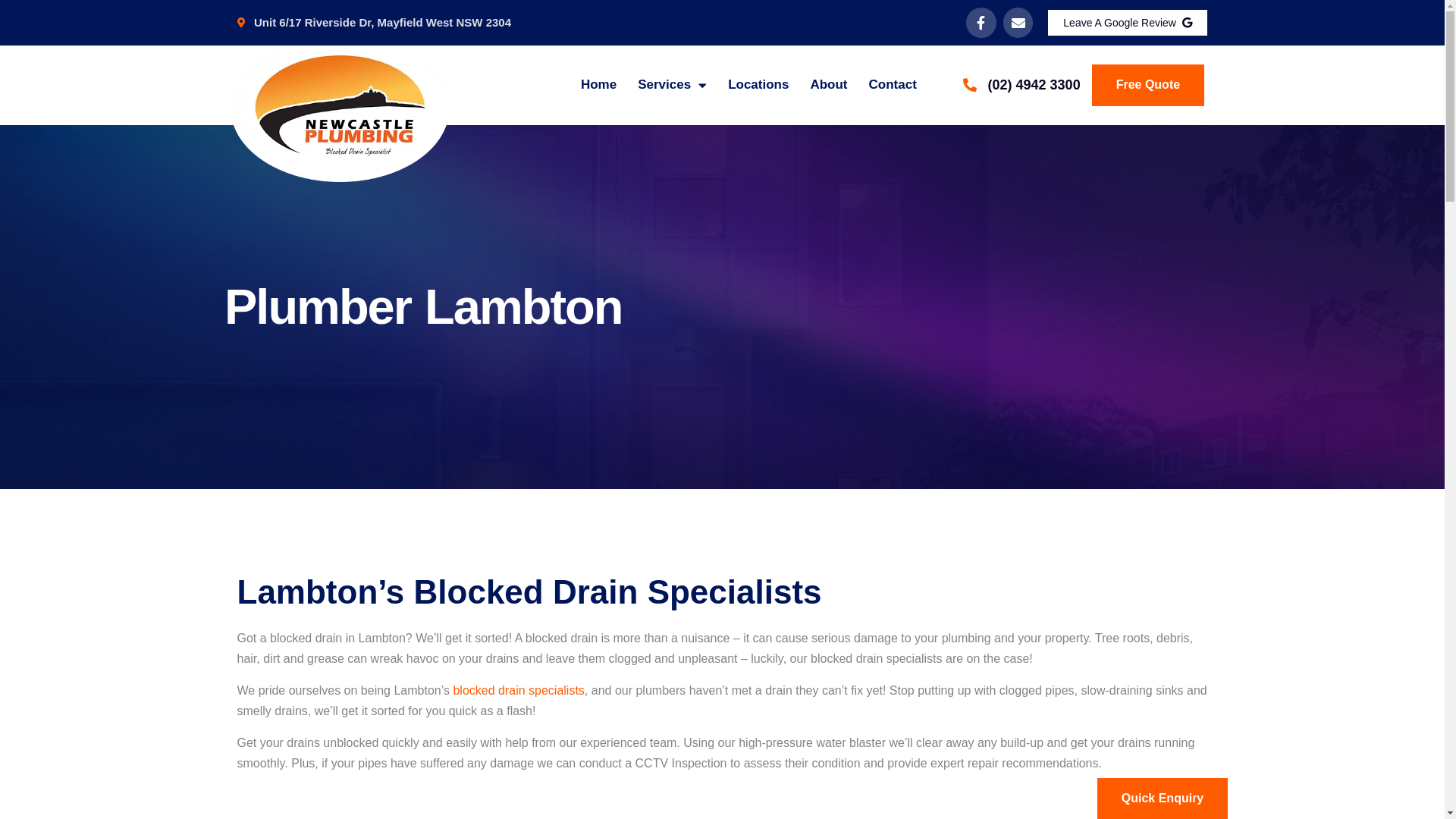 Image resolution: width=1456 pixels, height=819 pixels. Describe the element at coordinates (1128, 23) in the screenshot. I see `'Leave A Google Review'` at that location.